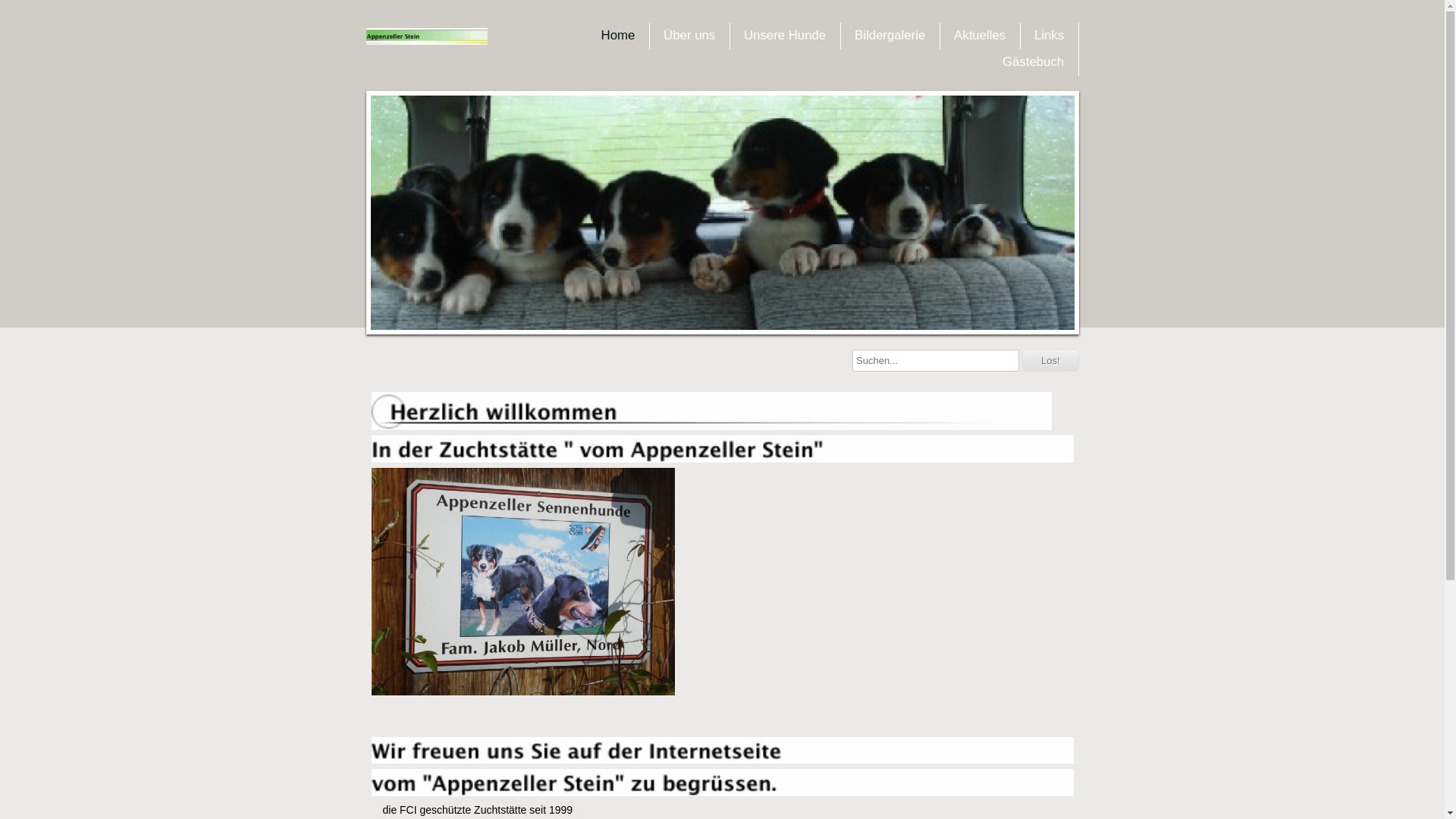 This screenshot has width=1456, height=819. Describe the element at coordinates (890, 34) in the screenshot. I see `'Bildergalerie'` at that location.